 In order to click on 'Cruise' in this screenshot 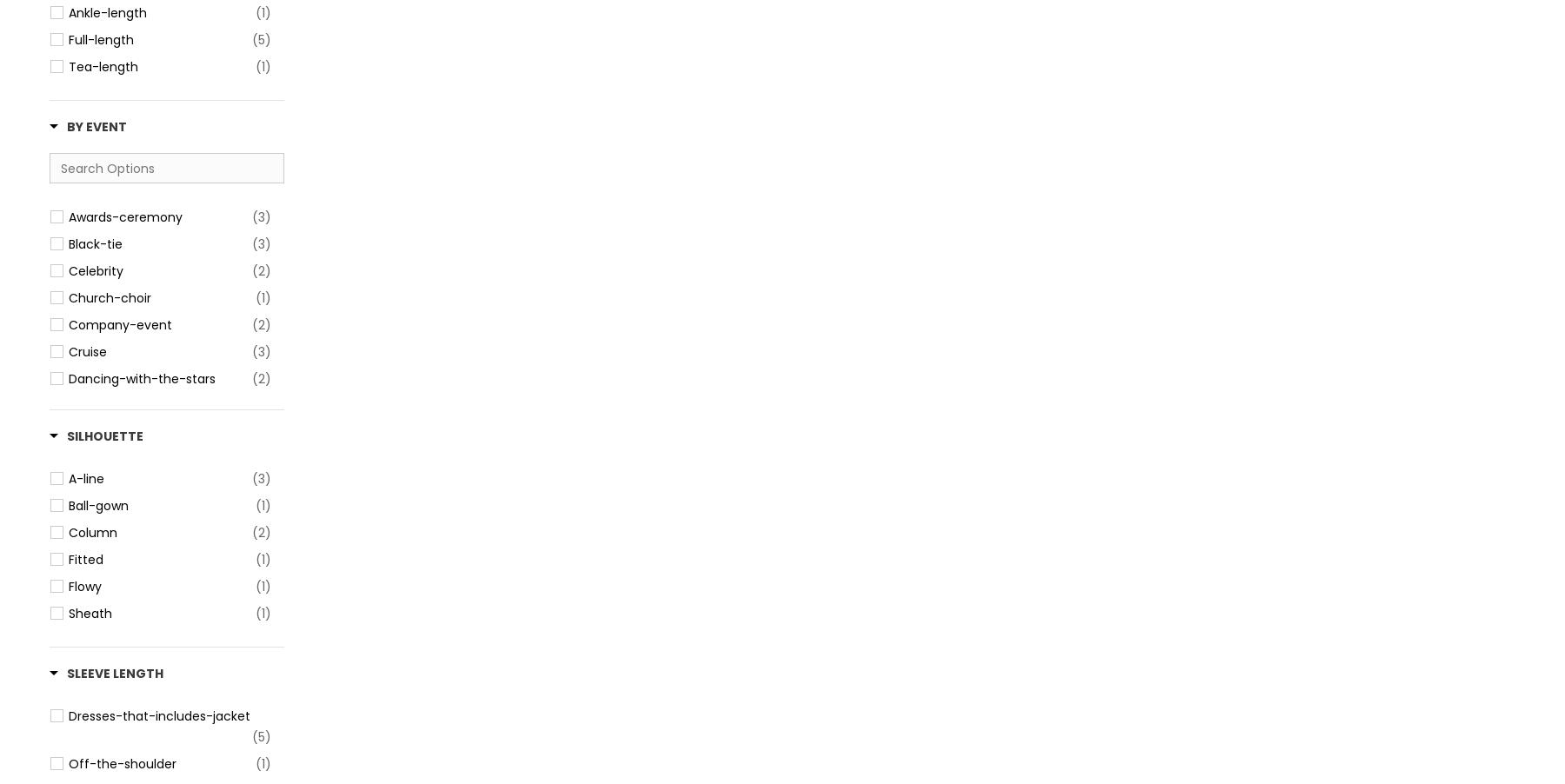, I will do `click(68, 351)`.